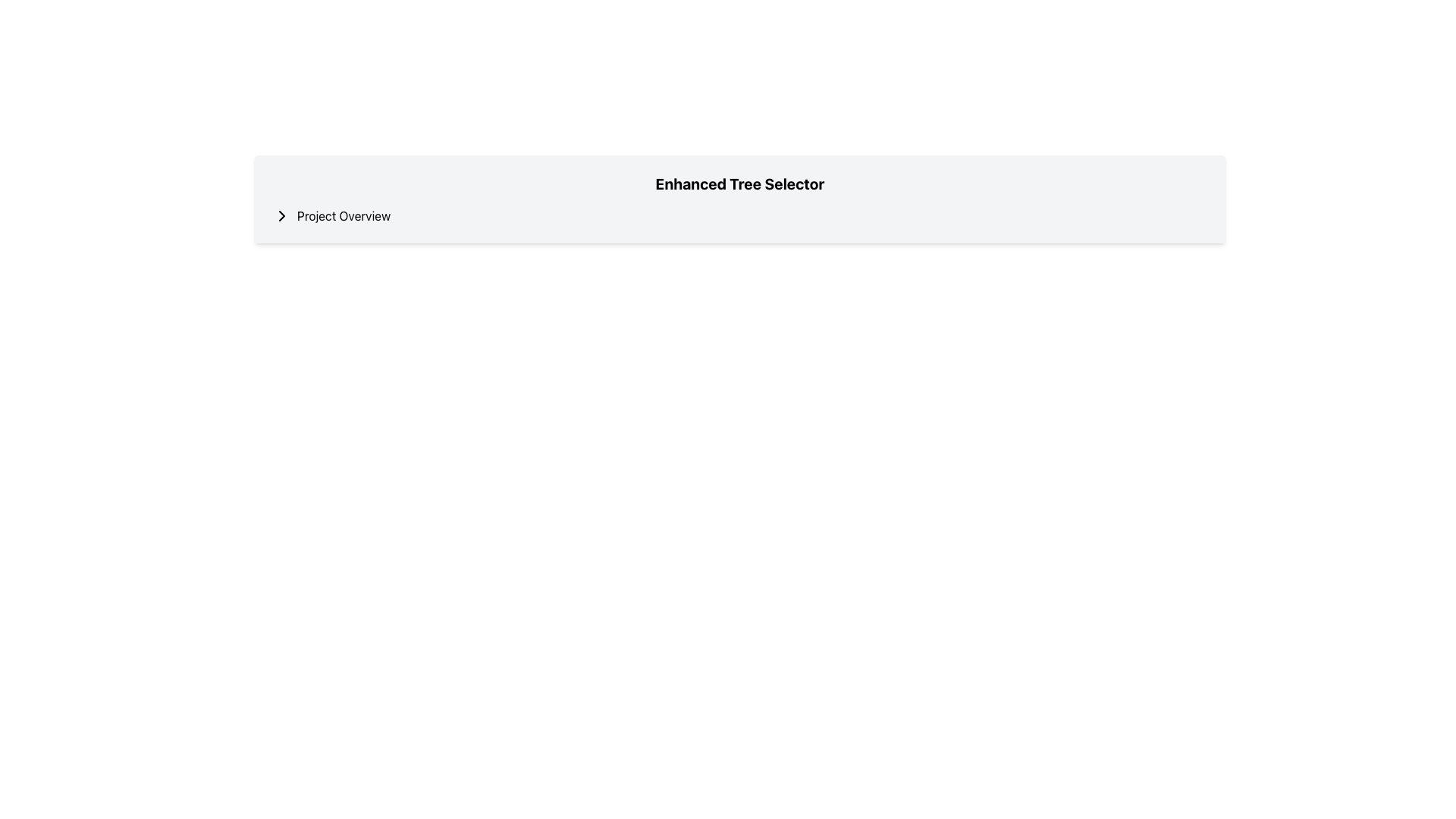  Describe the element at coordinates (739, 184) in the screenshot. I see `the header text 'Enhanced Tree Selector', which is displayed prominently in a bold and large font at the top center of the interface` at that location.